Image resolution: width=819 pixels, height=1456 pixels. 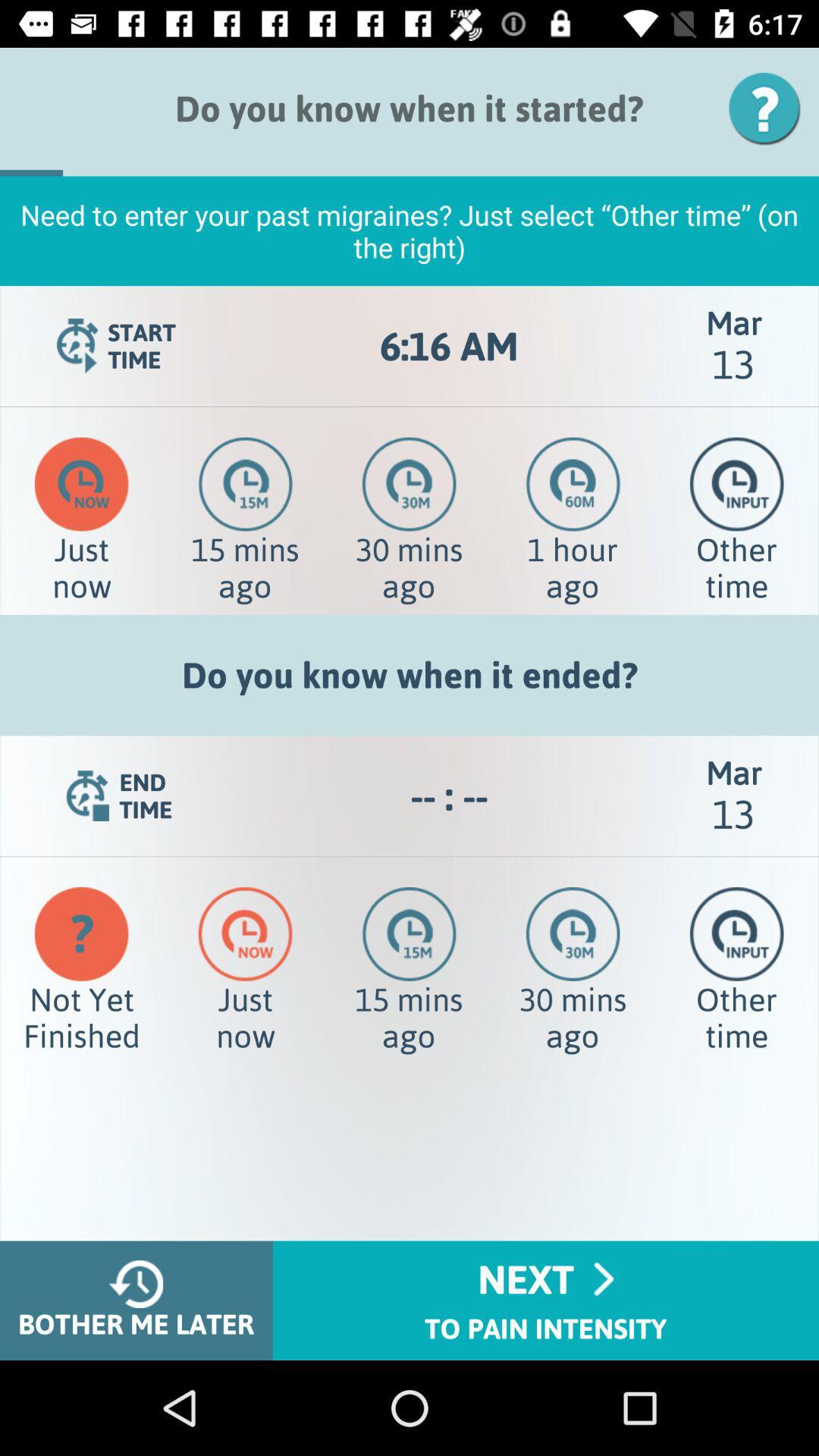 What do you see at coordinates (244, 933) in the screenshot?
I see `the time icon` at bounding box center [244, 933].